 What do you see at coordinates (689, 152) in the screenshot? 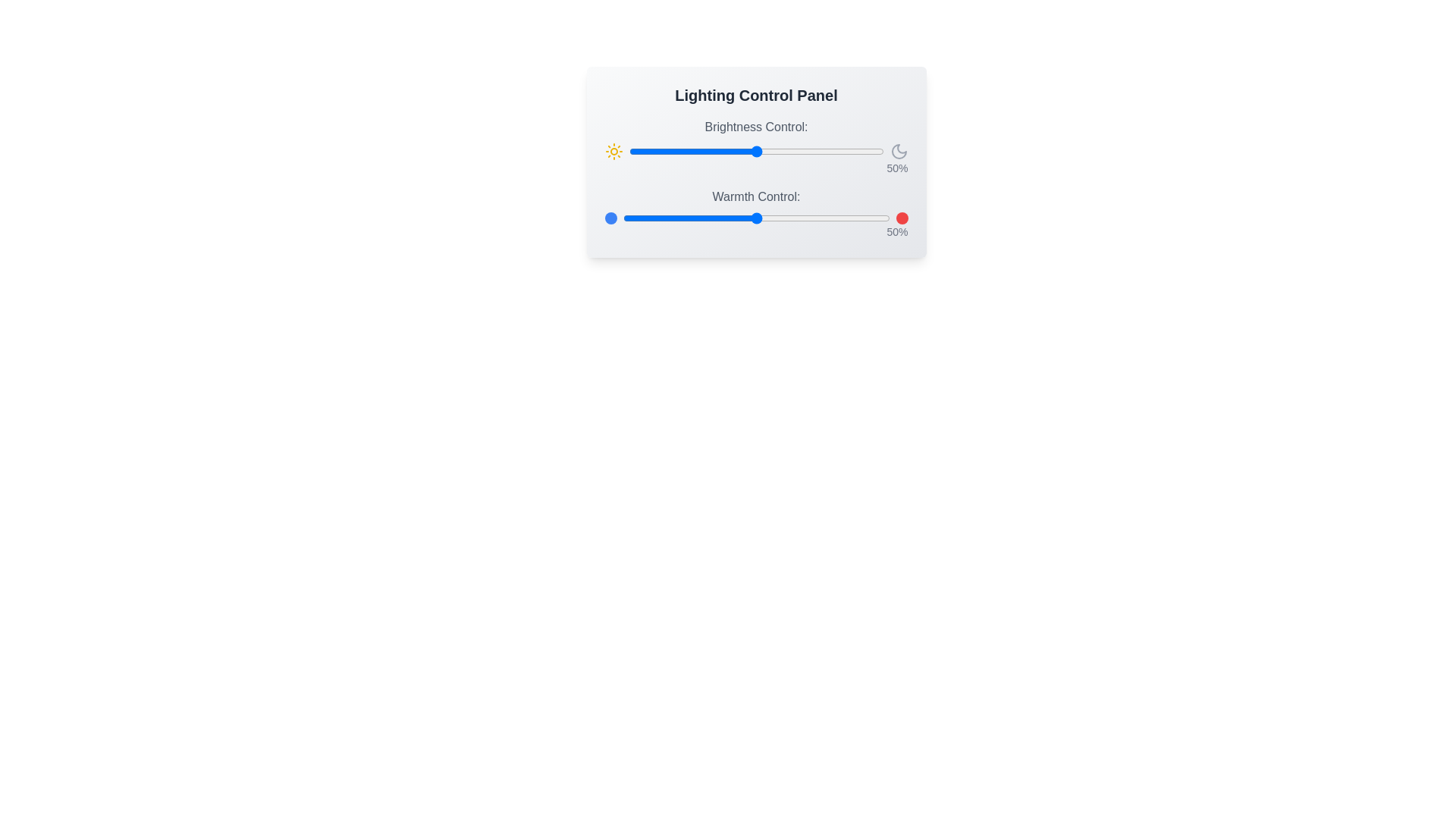
I see `brightness` at bounding box center [689, 152].